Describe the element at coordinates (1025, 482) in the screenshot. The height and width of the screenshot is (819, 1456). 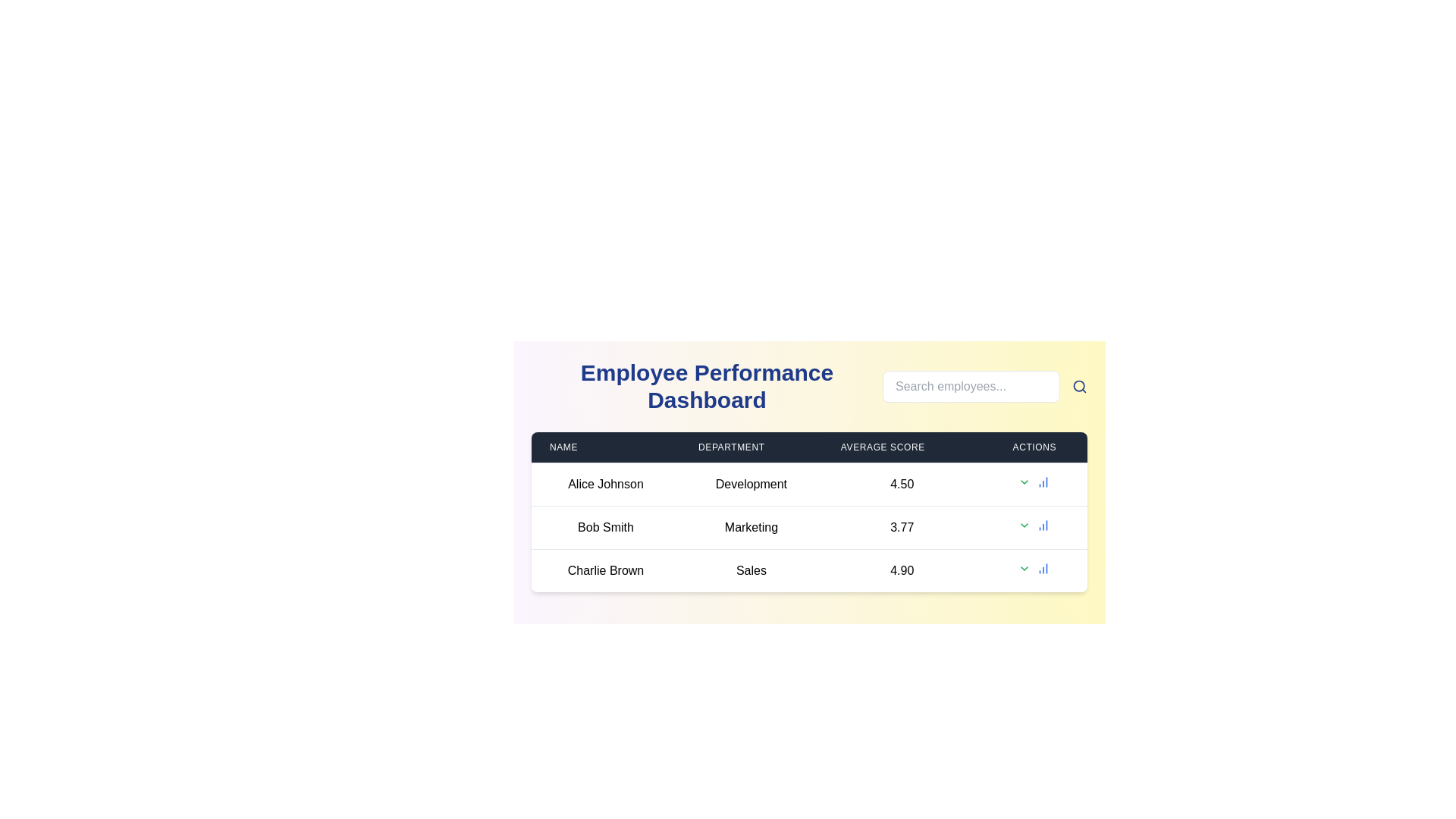
I see `the green downward-facing chevron triangle icon in the top-right section of the dashboard under the 'Actions' column` at that location.